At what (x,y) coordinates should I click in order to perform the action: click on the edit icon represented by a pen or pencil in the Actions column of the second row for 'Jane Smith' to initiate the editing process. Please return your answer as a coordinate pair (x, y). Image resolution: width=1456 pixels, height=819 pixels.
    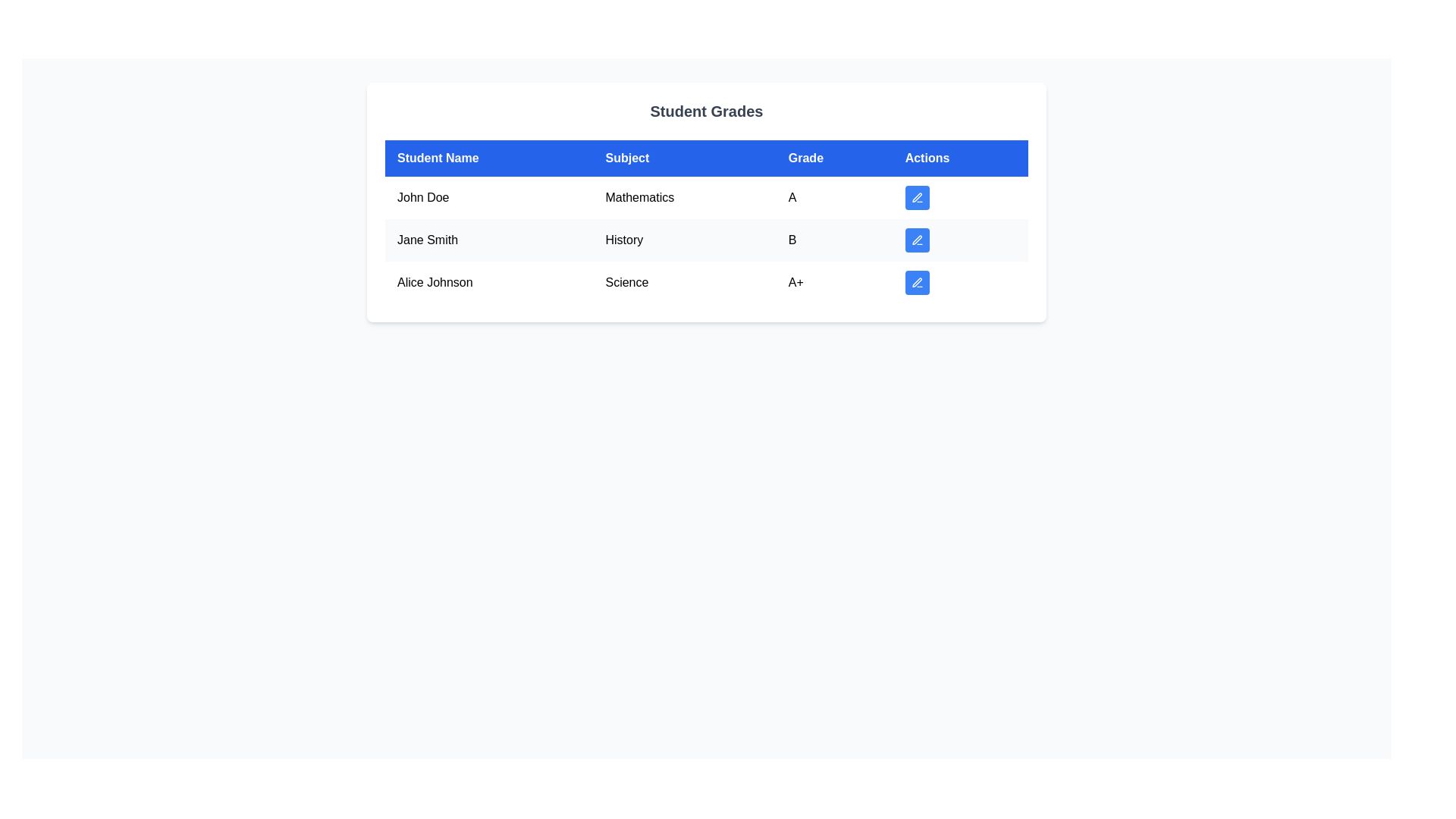
    Looking at the image, I should click on (916, 239).